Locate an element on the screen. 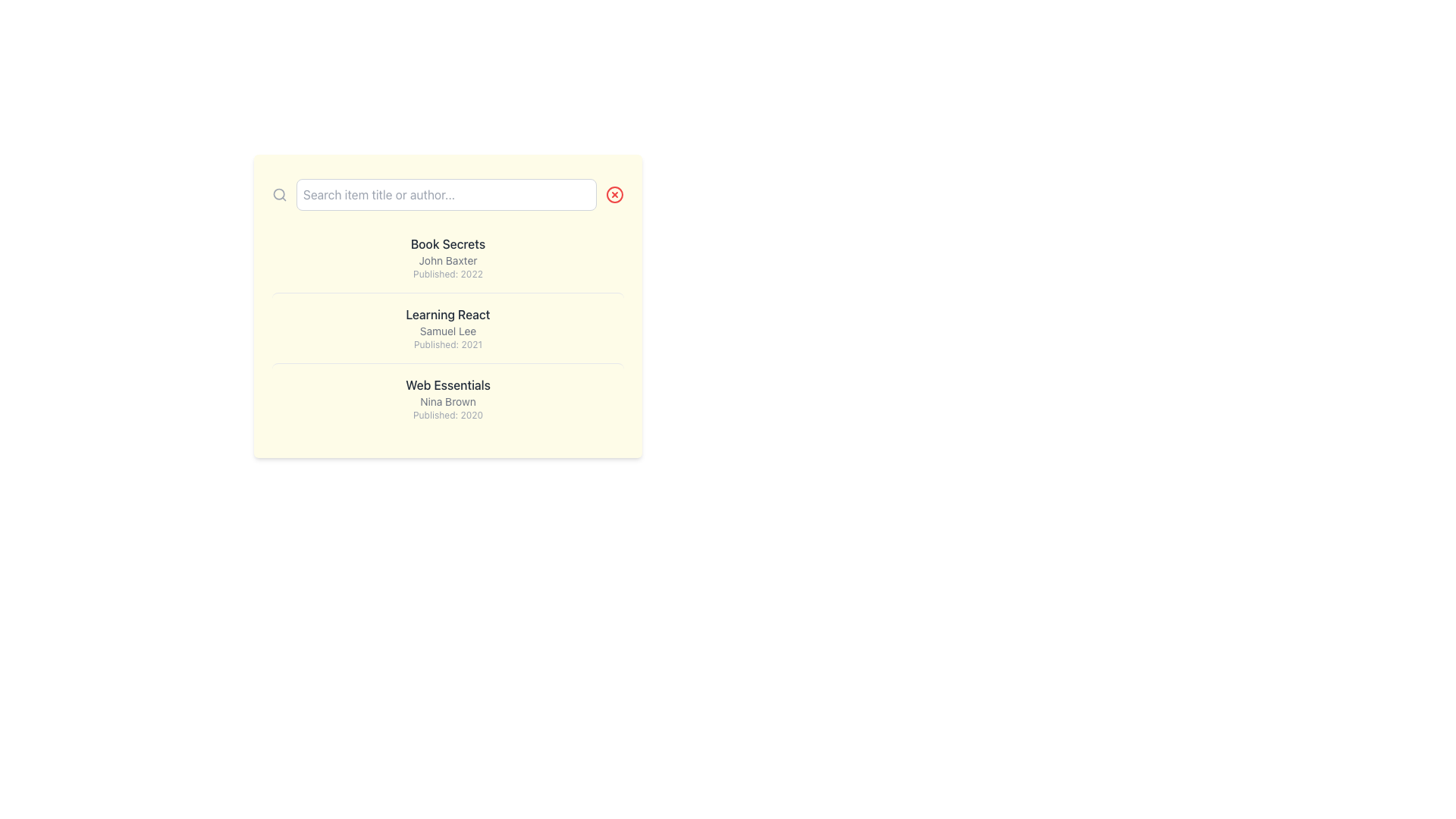  the first list item displaying the book summary for 'Book Secrets' by John Baxter for a detailed view is located at coordinates (447, 256).